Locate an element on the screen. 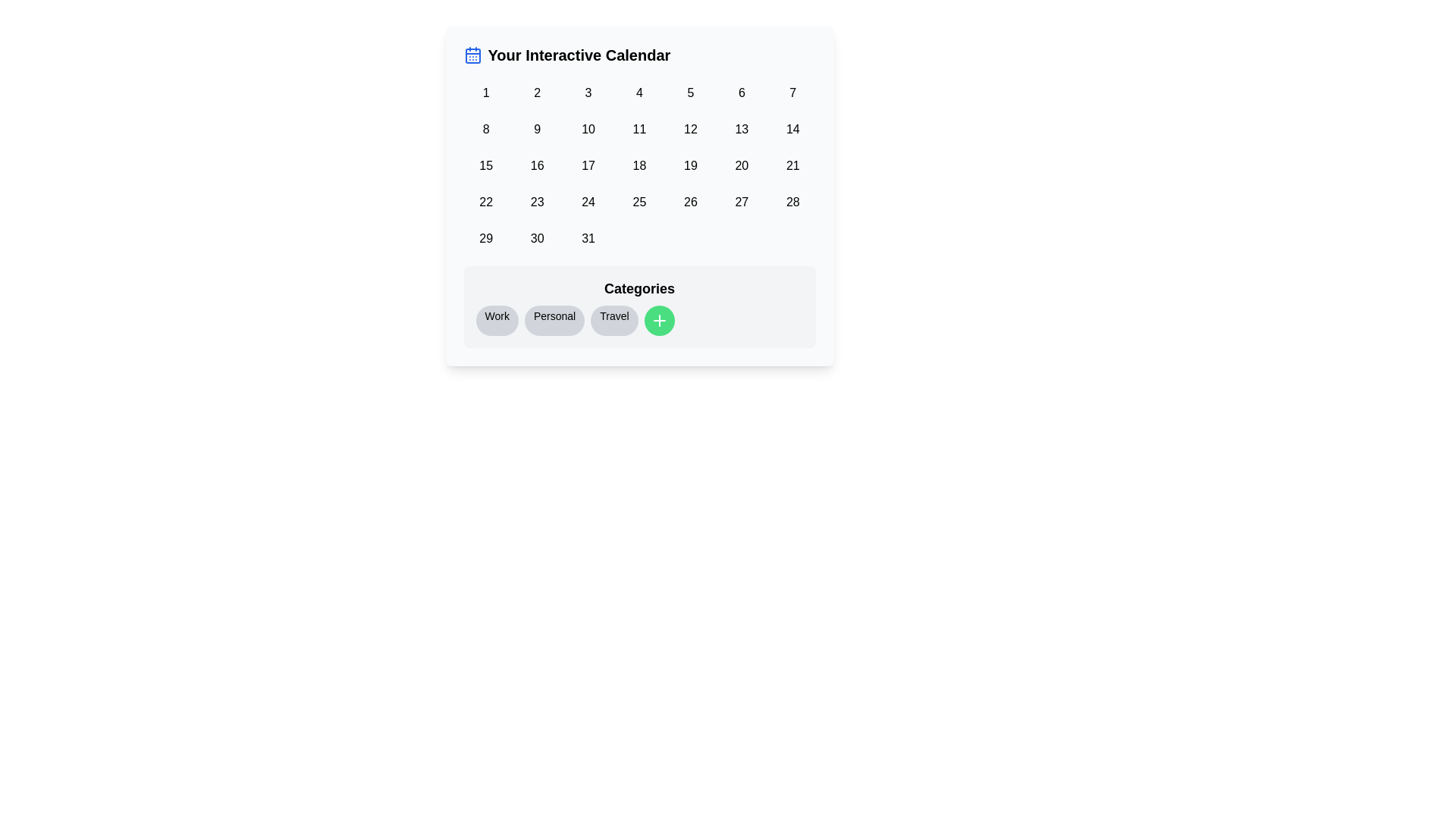 Image resolution: width=1456 pixels, height=819 pixels. the rectangular button labeled '19' in the calendar grid is located at coordinates (689, 166).